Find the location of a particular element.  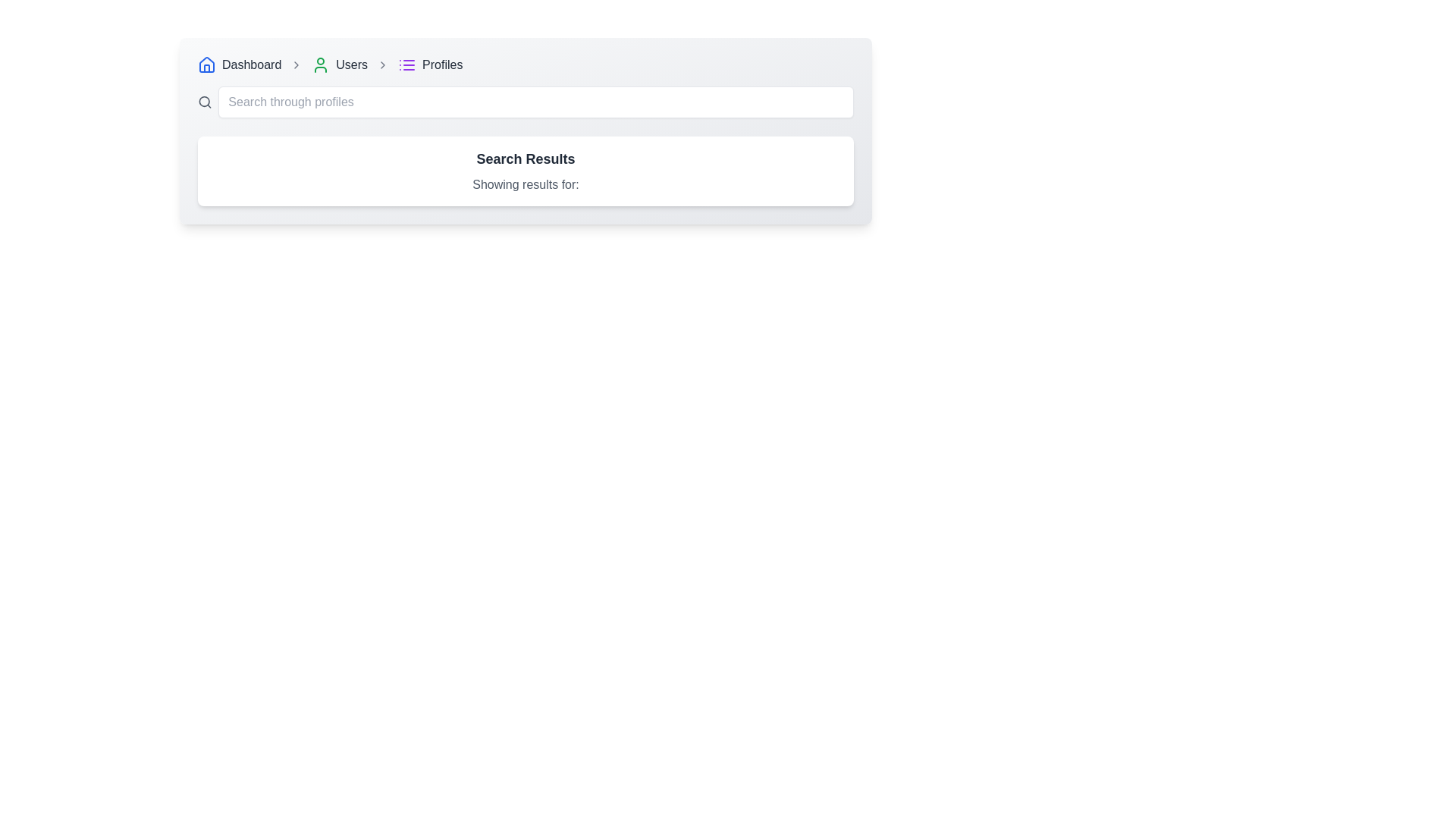

the fourth breadcrumb navigation item that allows users to jump back to the 'Profiles' section, located to the right of the 'Users' item is located at coordinates (441, 64).